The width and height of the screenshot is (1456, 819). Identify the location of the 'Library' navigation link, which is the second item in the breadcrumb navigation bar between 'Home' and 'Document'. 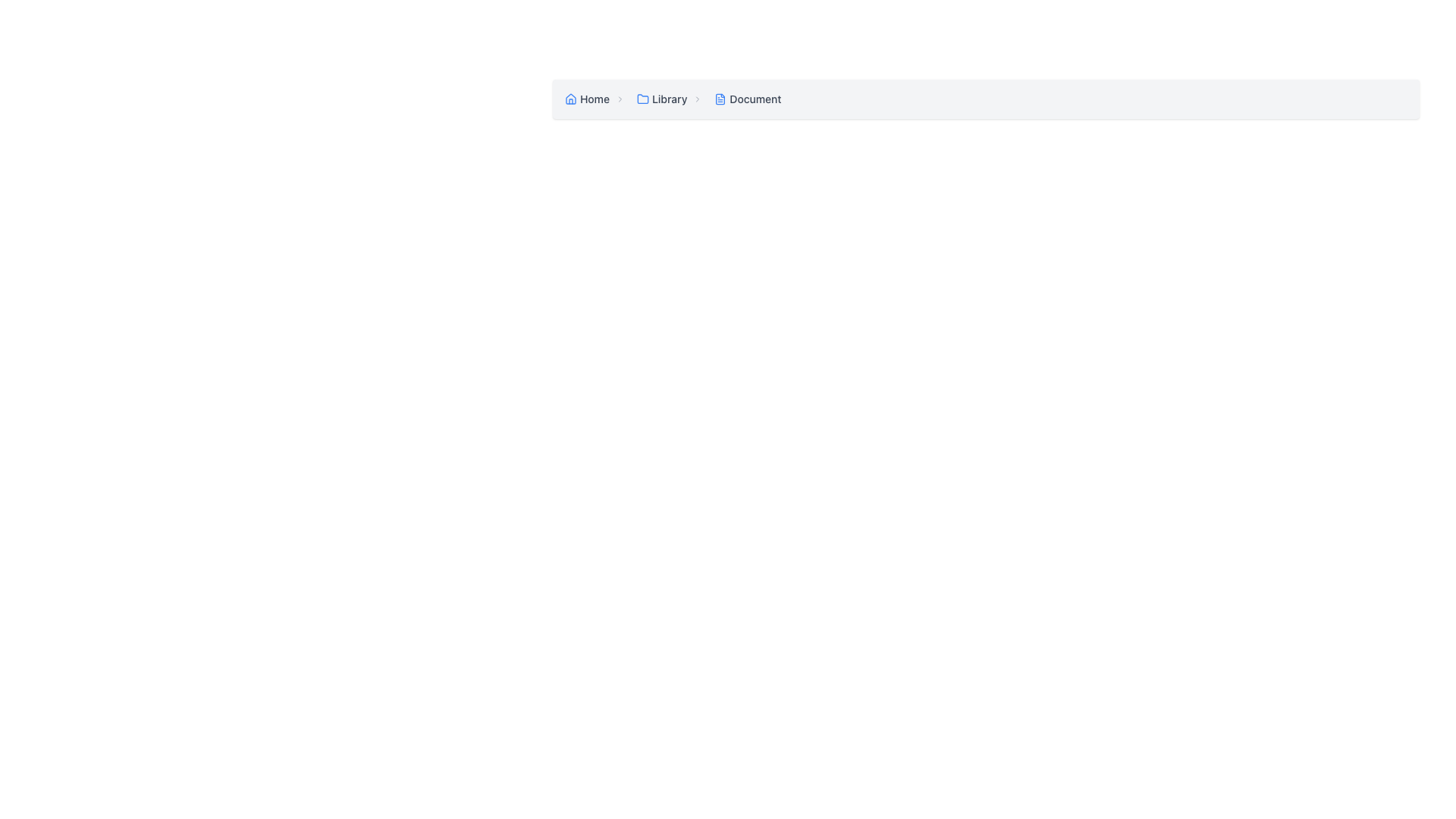
(672, 99).